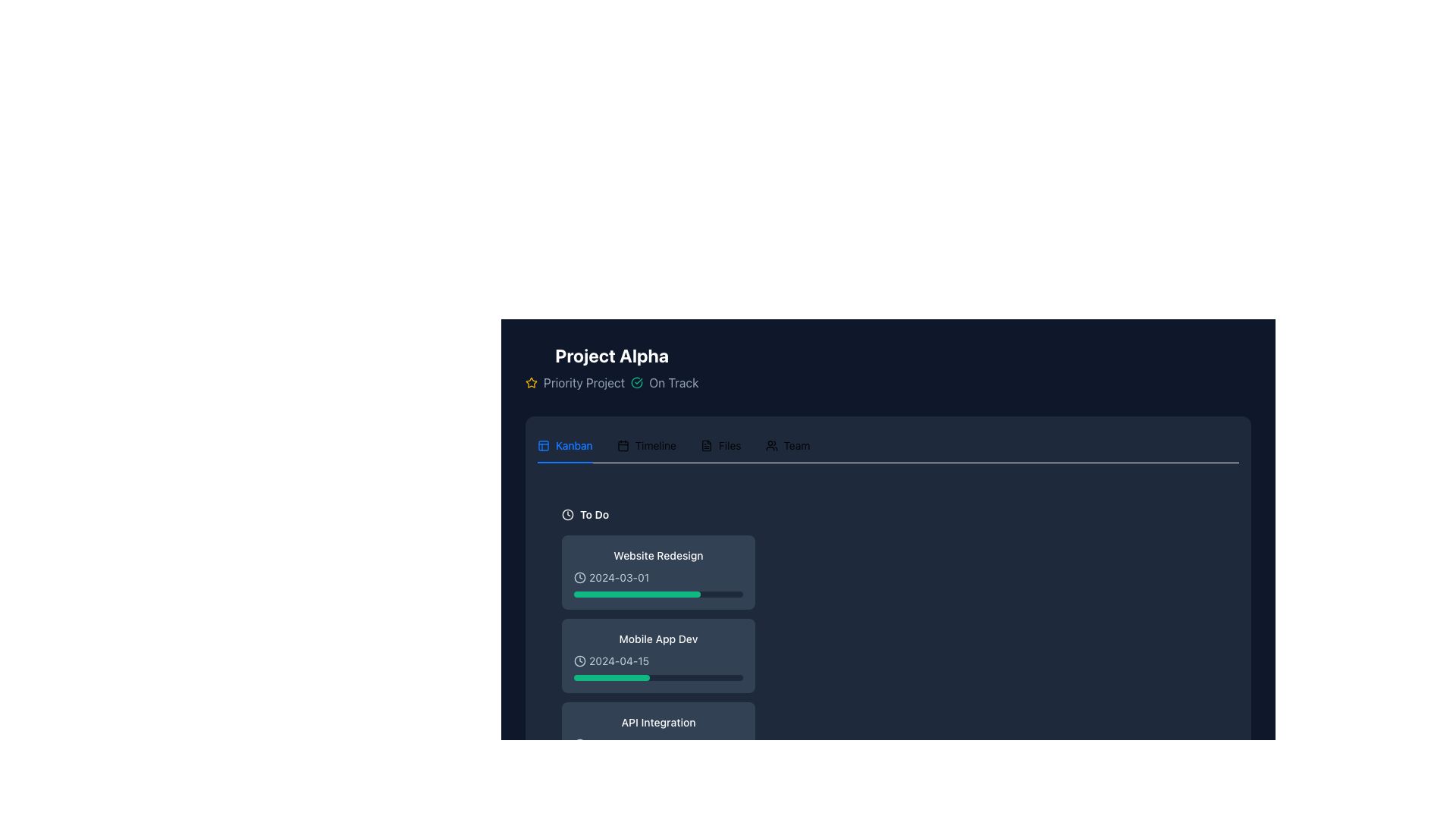 Image resolution: width=1456 pixels, height=819 pixels. Describe the element at coordinates (637, 593) in the screenshot. I see `the green progress bar segment that is 75% filled, located under the 'Mobile App Dev' task within a card-like structure` at that location.